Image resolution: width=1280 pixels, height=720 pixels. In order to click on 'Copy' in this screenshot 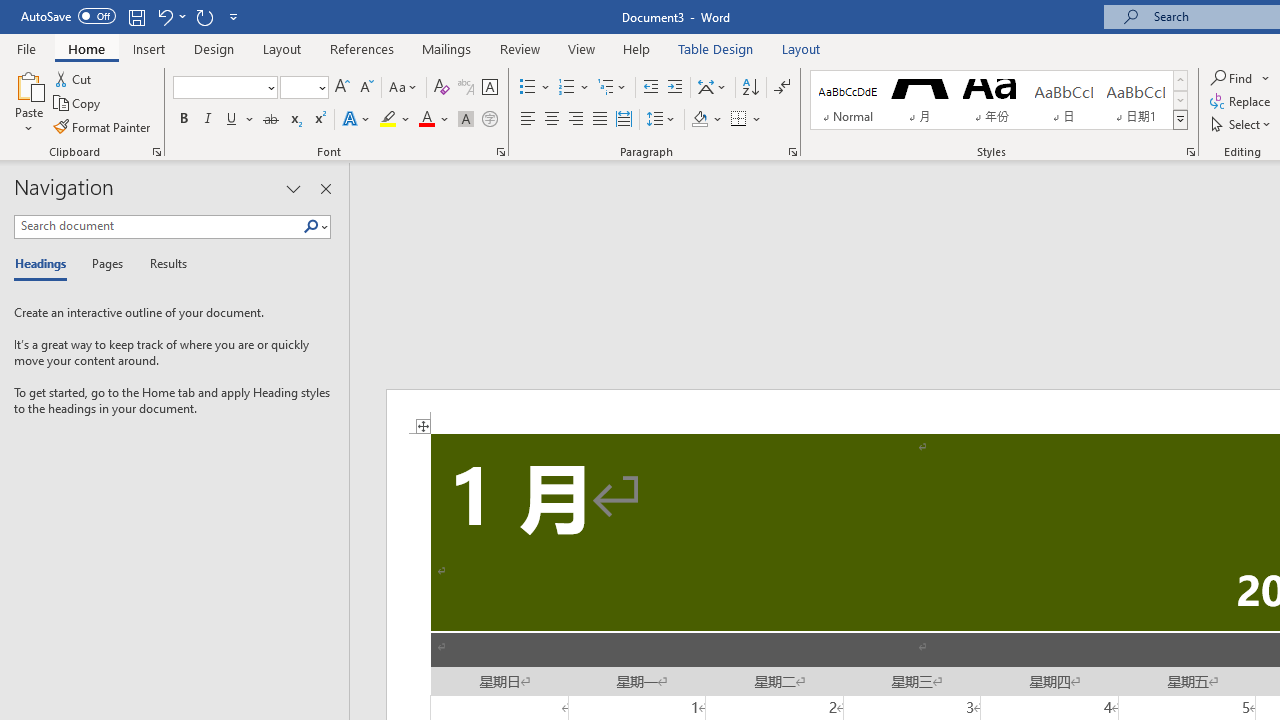, I will do `click(78, 103)`.